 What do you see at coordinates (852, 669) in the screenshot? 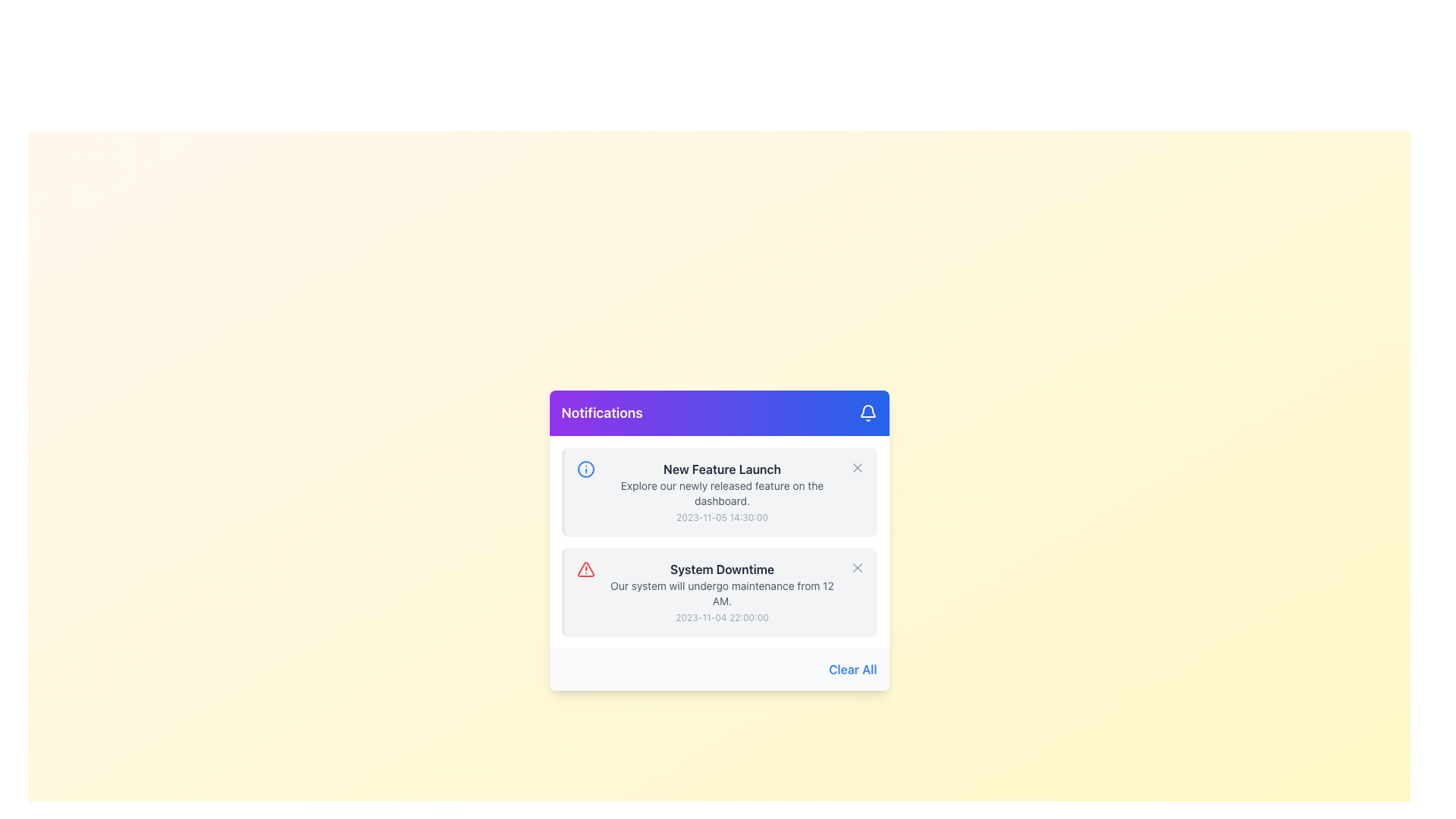
I see `the 'Clear All' text link located in the footer of the notification panel to observe styling changes` at bounding box center [852, 669].